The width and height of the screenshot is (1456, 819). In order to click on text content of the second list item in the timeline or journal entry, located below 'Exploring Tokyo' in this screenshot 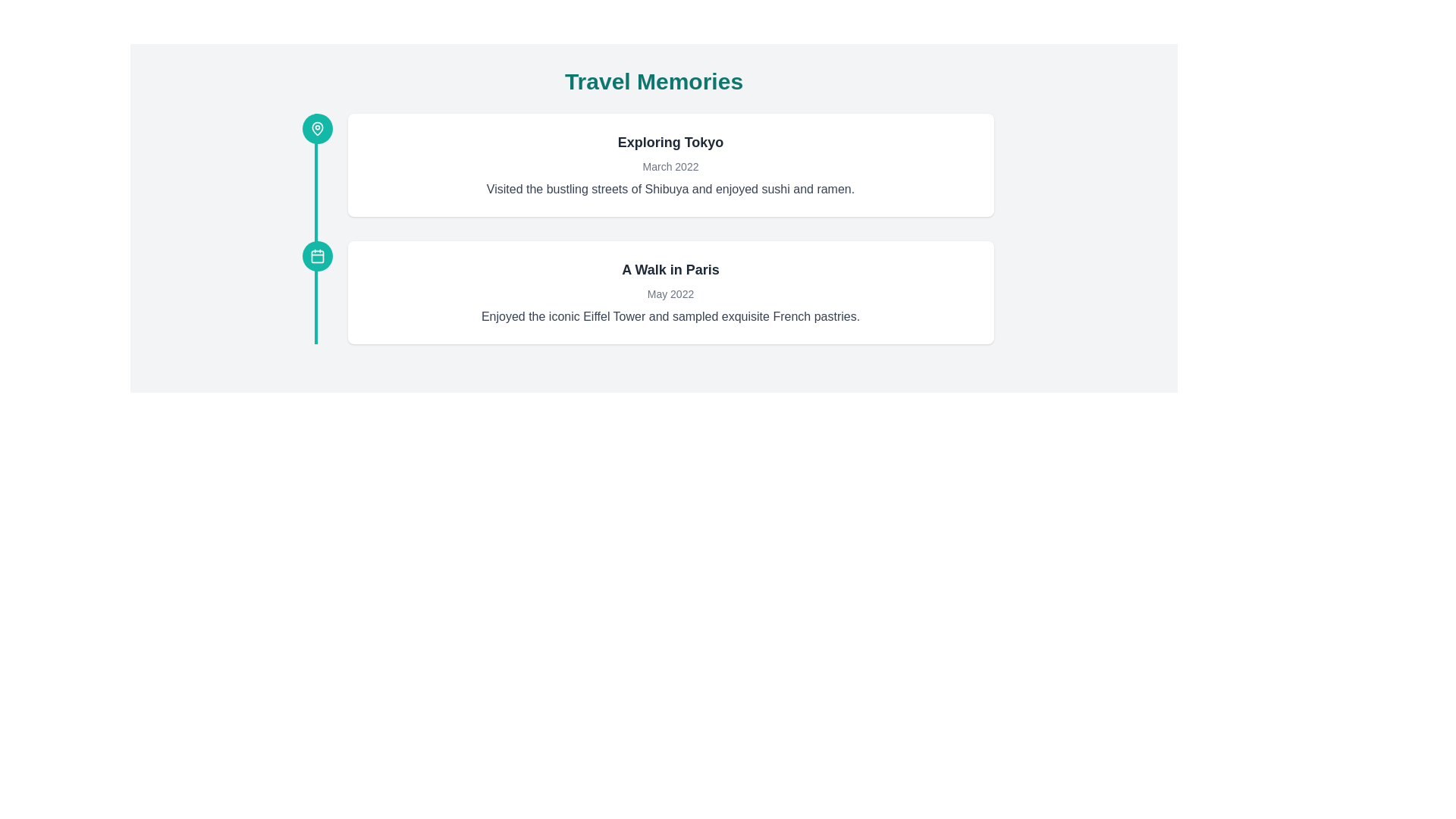, I will do `click(670, 292)`.